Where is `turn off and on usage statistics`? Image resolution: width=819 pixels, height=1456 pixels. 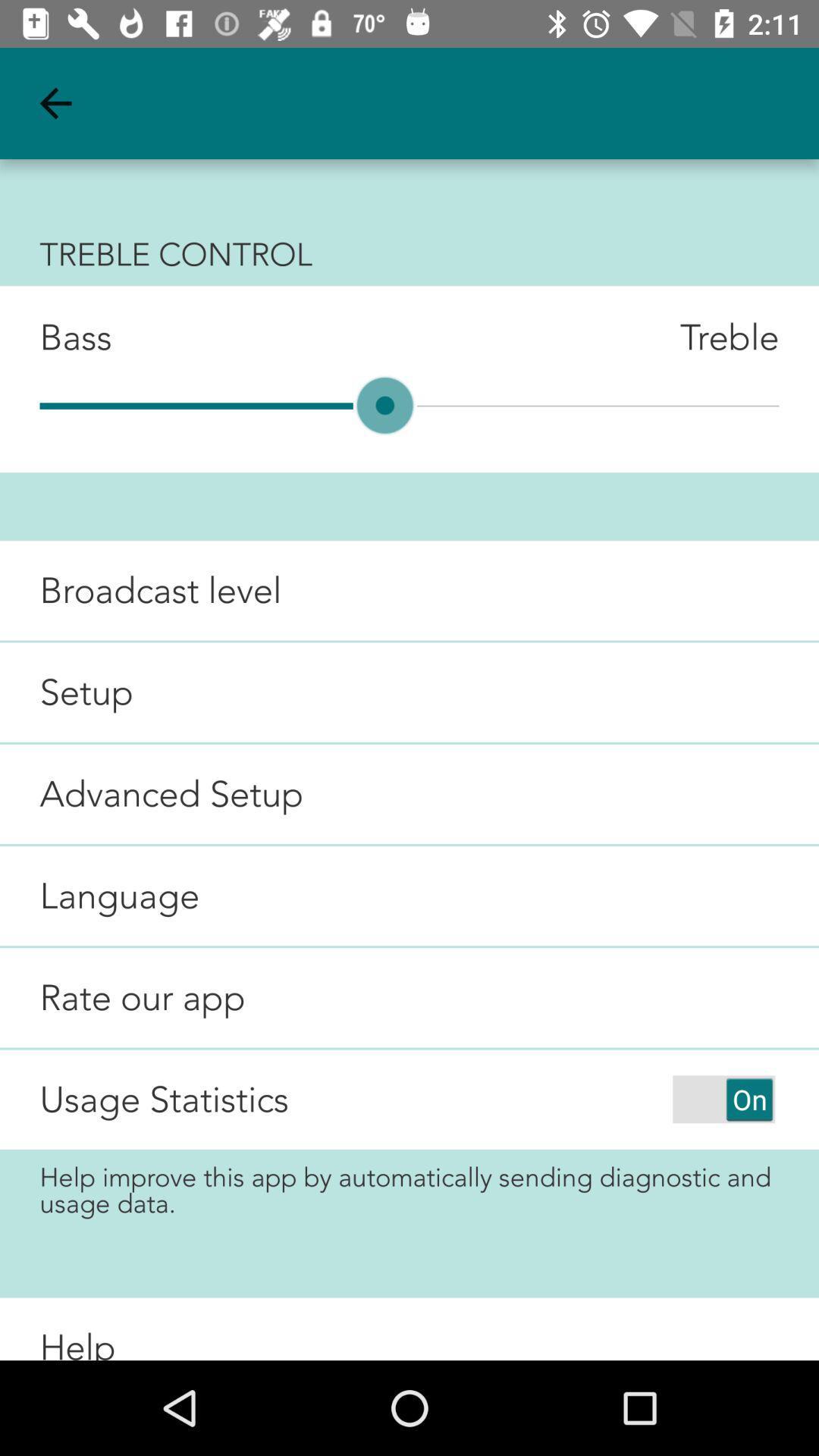 turn off and on usage statistics is located at coordinates (723, 1099).